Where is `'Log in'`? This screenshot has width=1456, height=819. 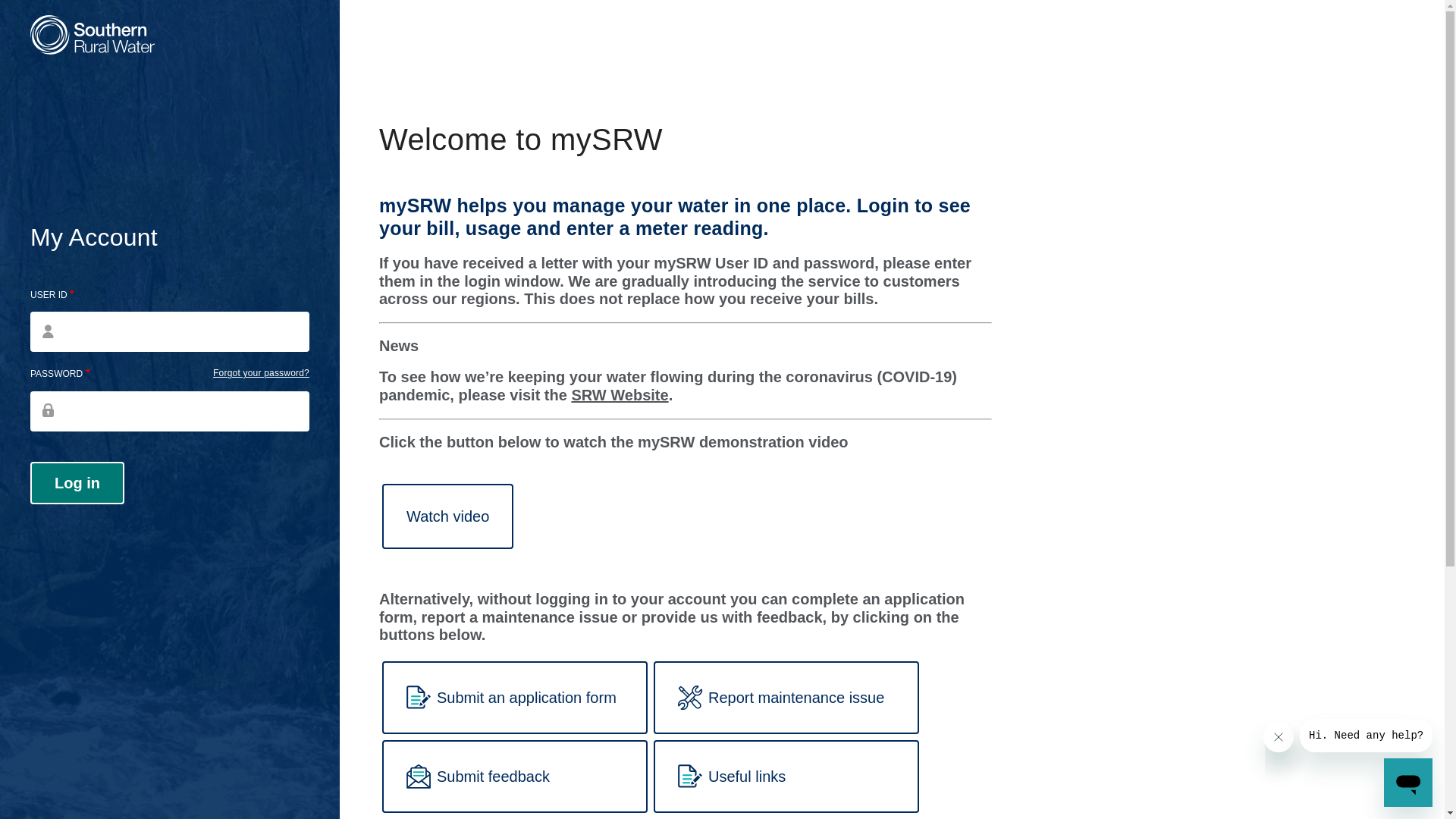 'Log in' is located at coordinates (76, 482).